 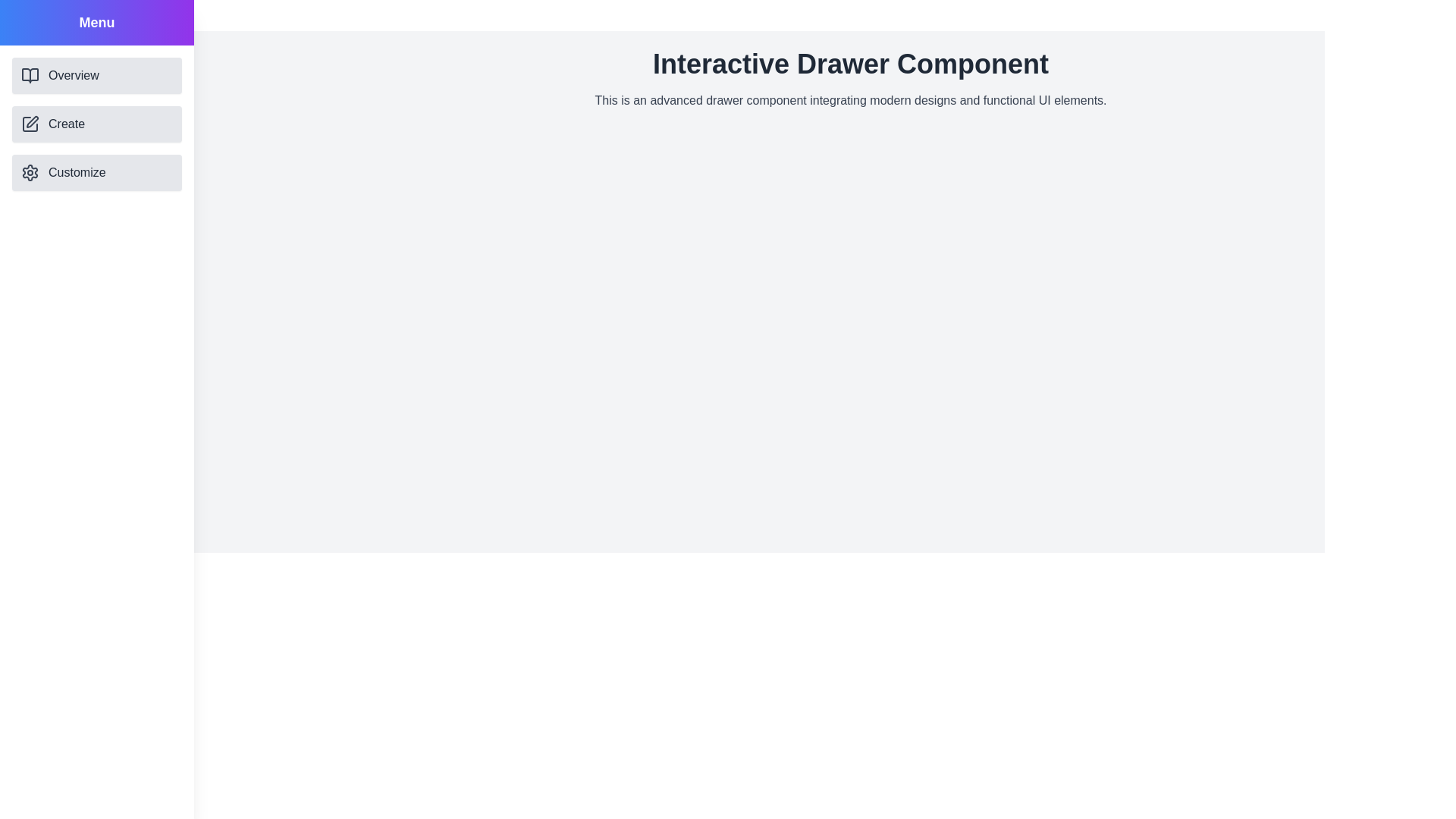 What do you see at coordinates (96, 76) in the screenshot?
I see `the menu item Overview from the drawer` at bounding box center [96, 76].